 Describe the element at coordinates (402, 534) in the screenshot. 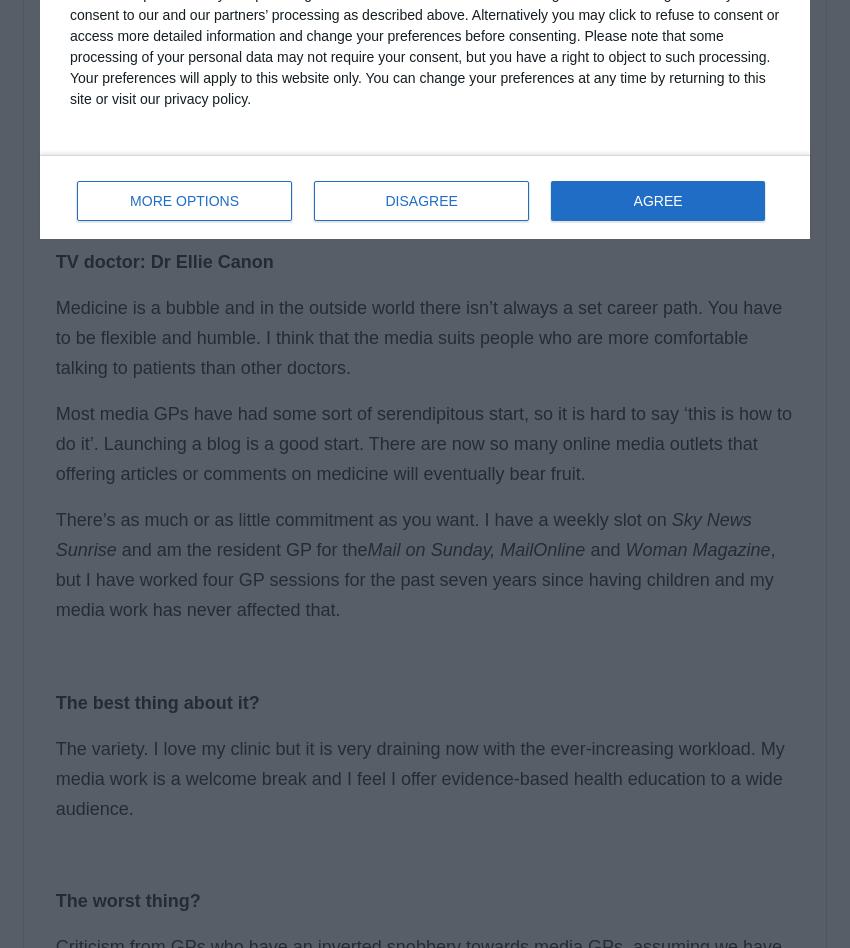

I see `'Sky News Sunrise'` at that location.